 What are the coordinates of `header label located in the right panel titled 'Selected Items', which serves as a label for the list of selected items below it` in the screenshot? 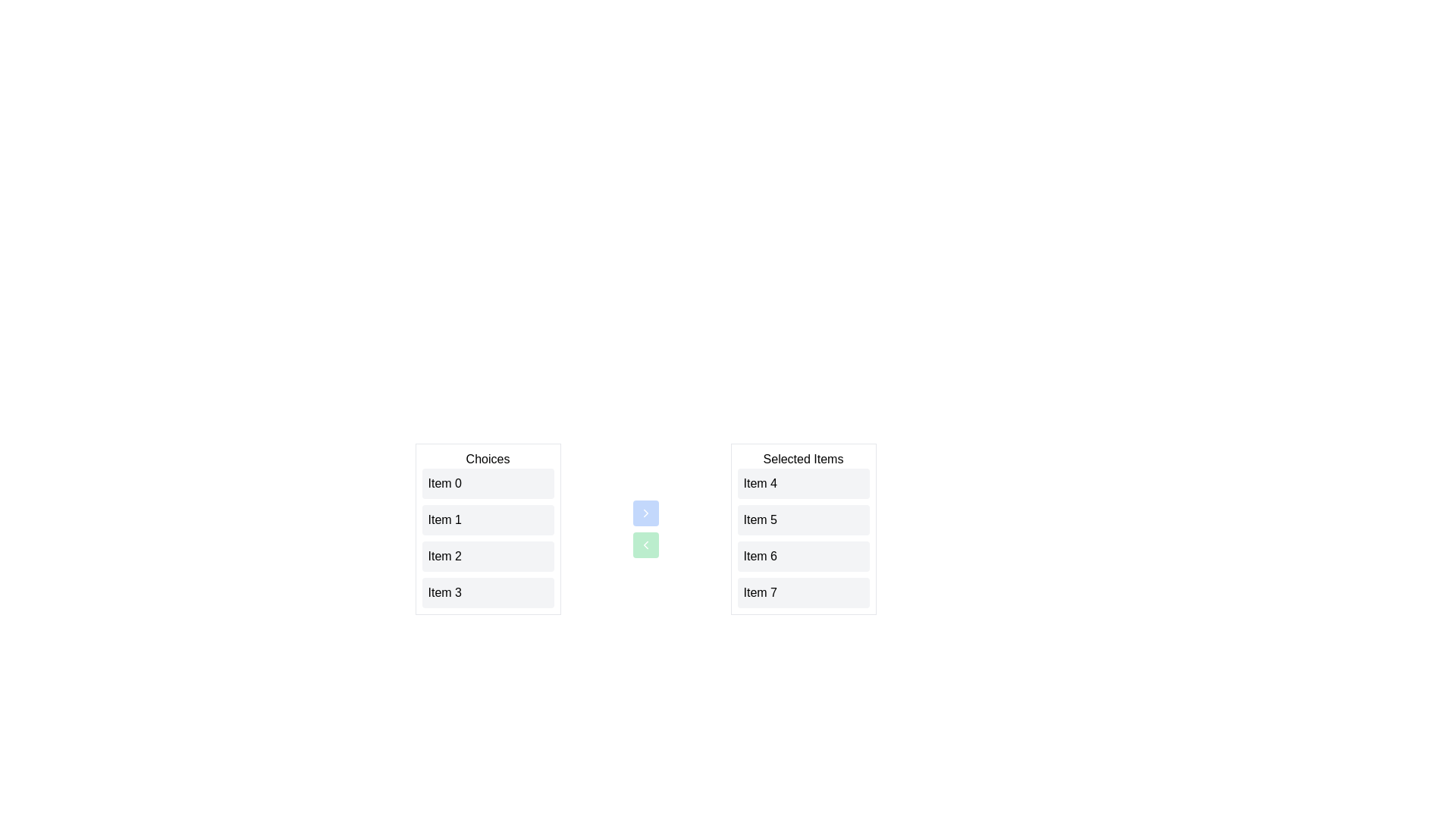 It's located at (802, 458).